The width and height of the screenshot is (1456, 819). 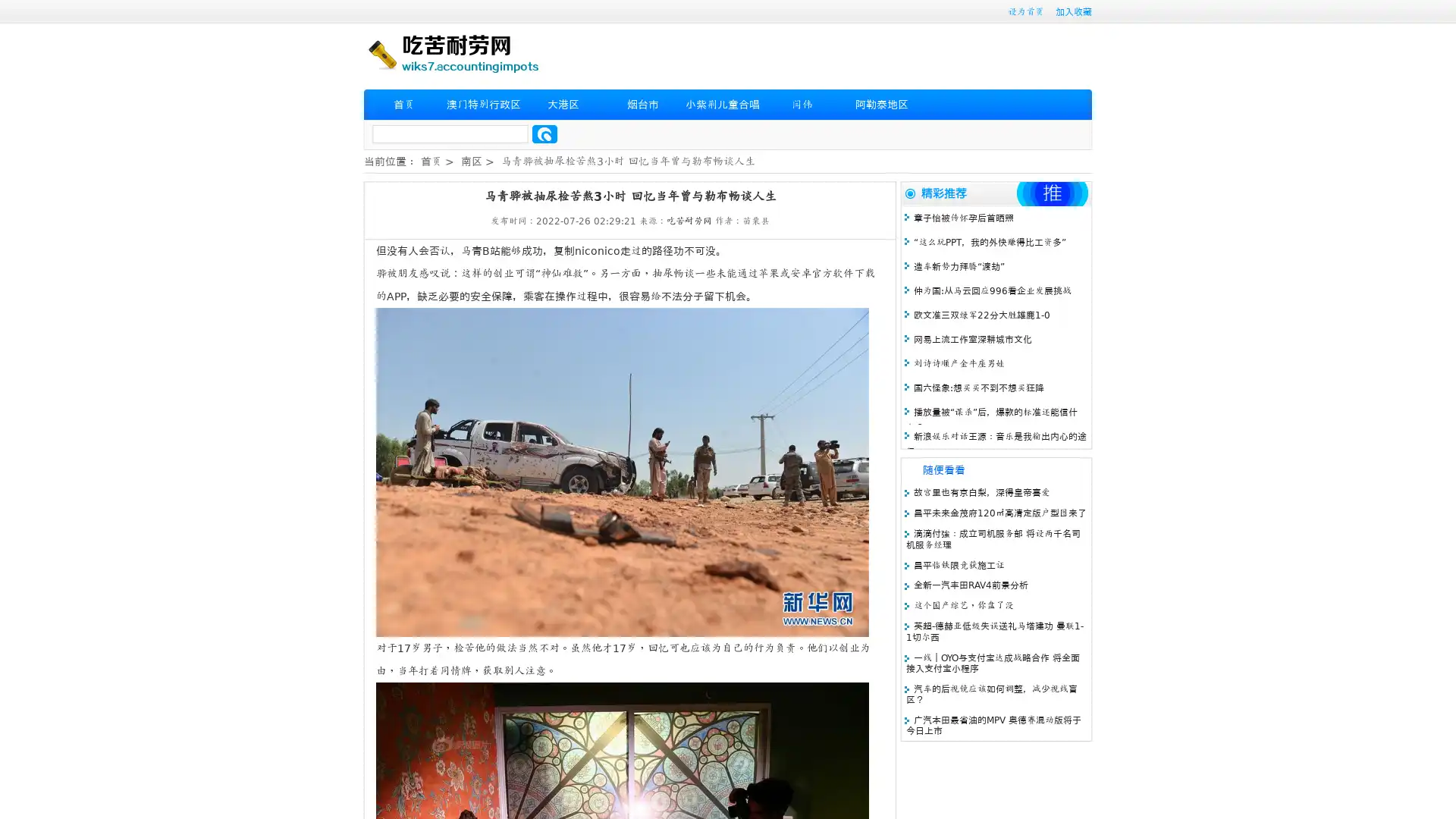 What do you see at coordinates (544, 133) in the screenshot?
I see `Search` at bounding box center [544, 133].